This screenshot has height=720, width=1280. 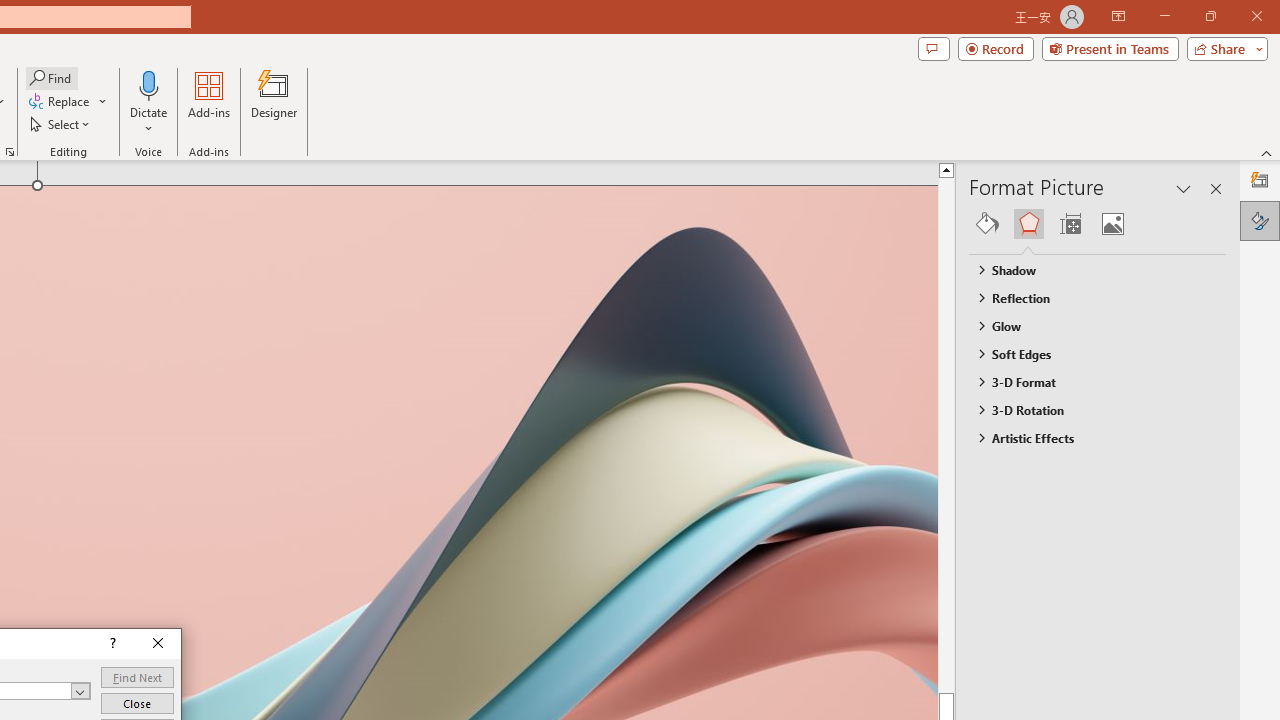 I want to click on 'Find...', so click(x=51, y=77).